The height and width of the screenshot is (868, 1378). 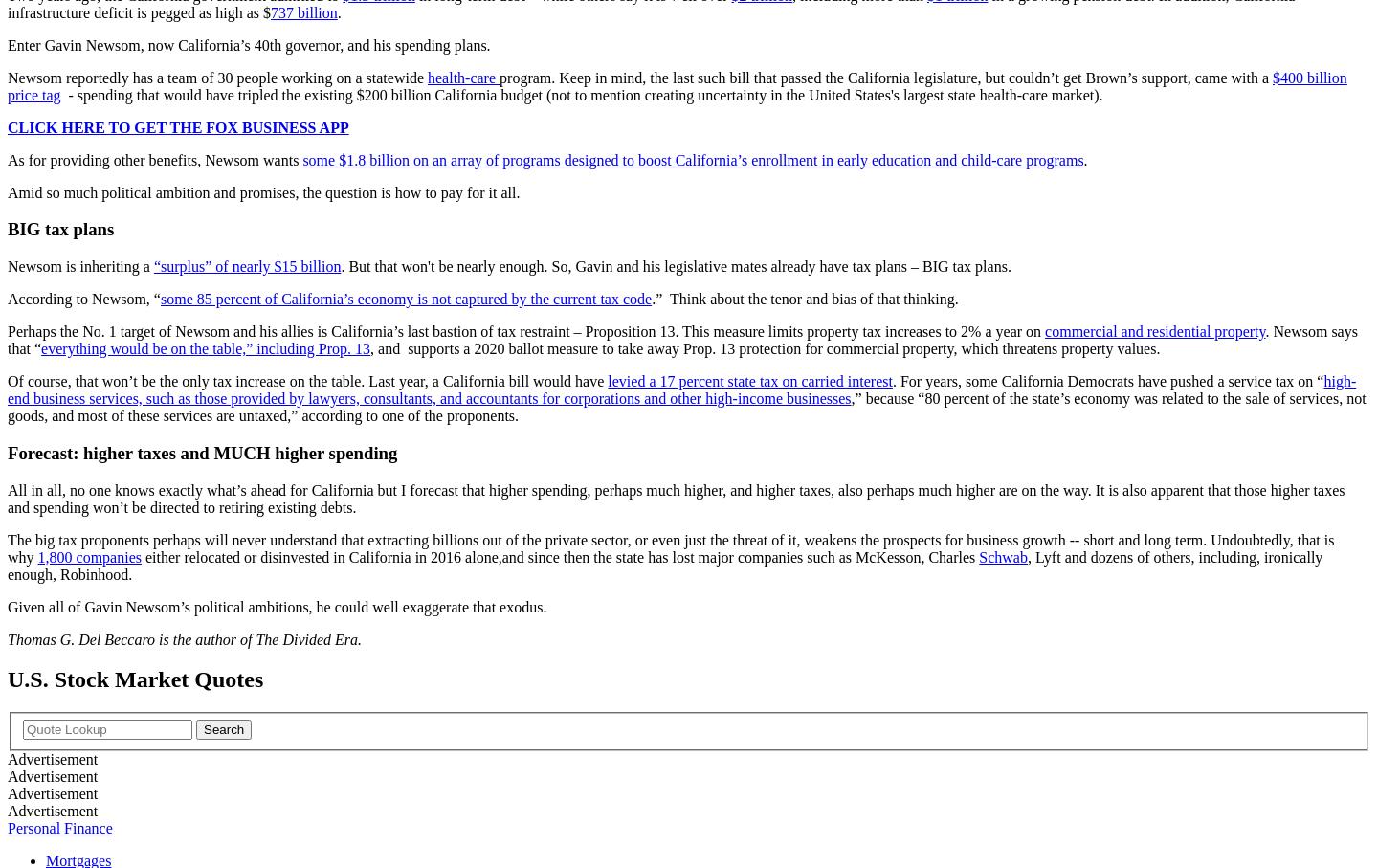 What do you see at coordinates (154, 158) in the screenshot?
I see `'As for providing other benefits, Newsom wants'` at bounding box center [154, 158].